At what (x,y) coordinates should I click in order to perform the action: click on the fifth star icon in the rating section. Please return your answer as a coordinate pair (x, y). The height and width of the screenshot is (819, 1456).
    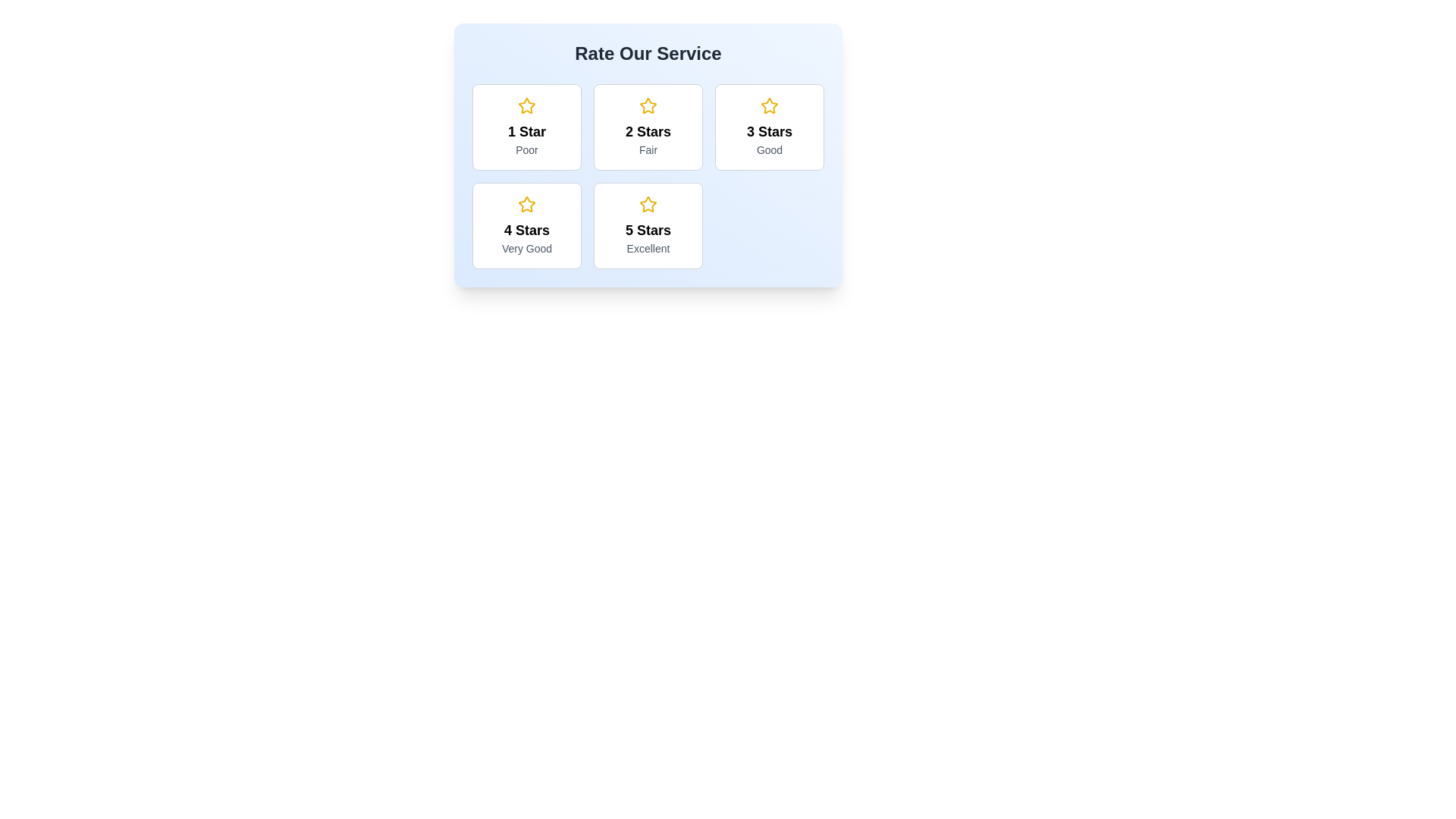
    Looking at the image, I should click on (648, 203).